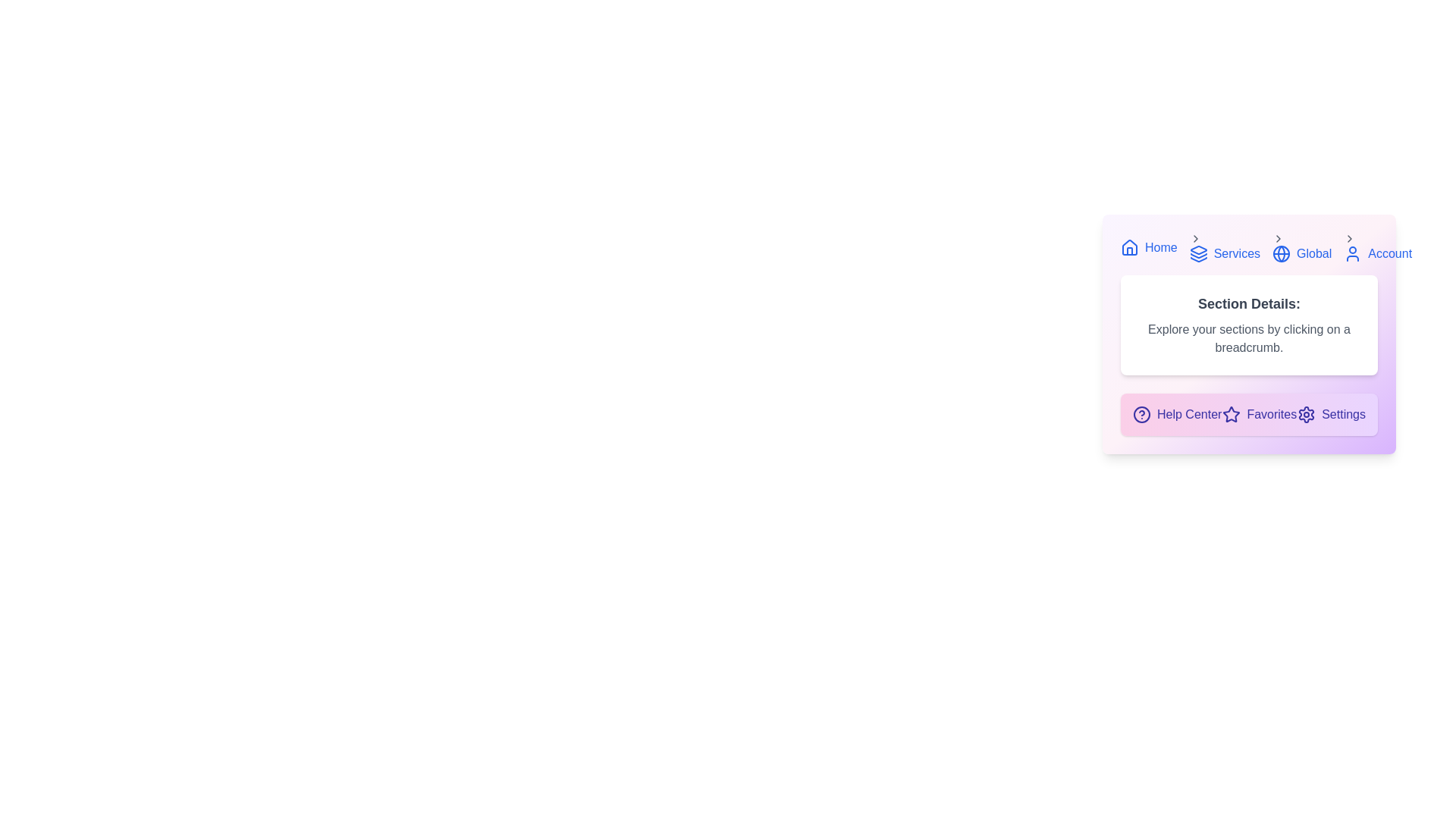 The height and width of the screenshot is (819, 1456). I want to click on the Interactive button link located at the bottom left of the card, preceding the 'Favorites' and 'Settings' options, so click(1176, 415).